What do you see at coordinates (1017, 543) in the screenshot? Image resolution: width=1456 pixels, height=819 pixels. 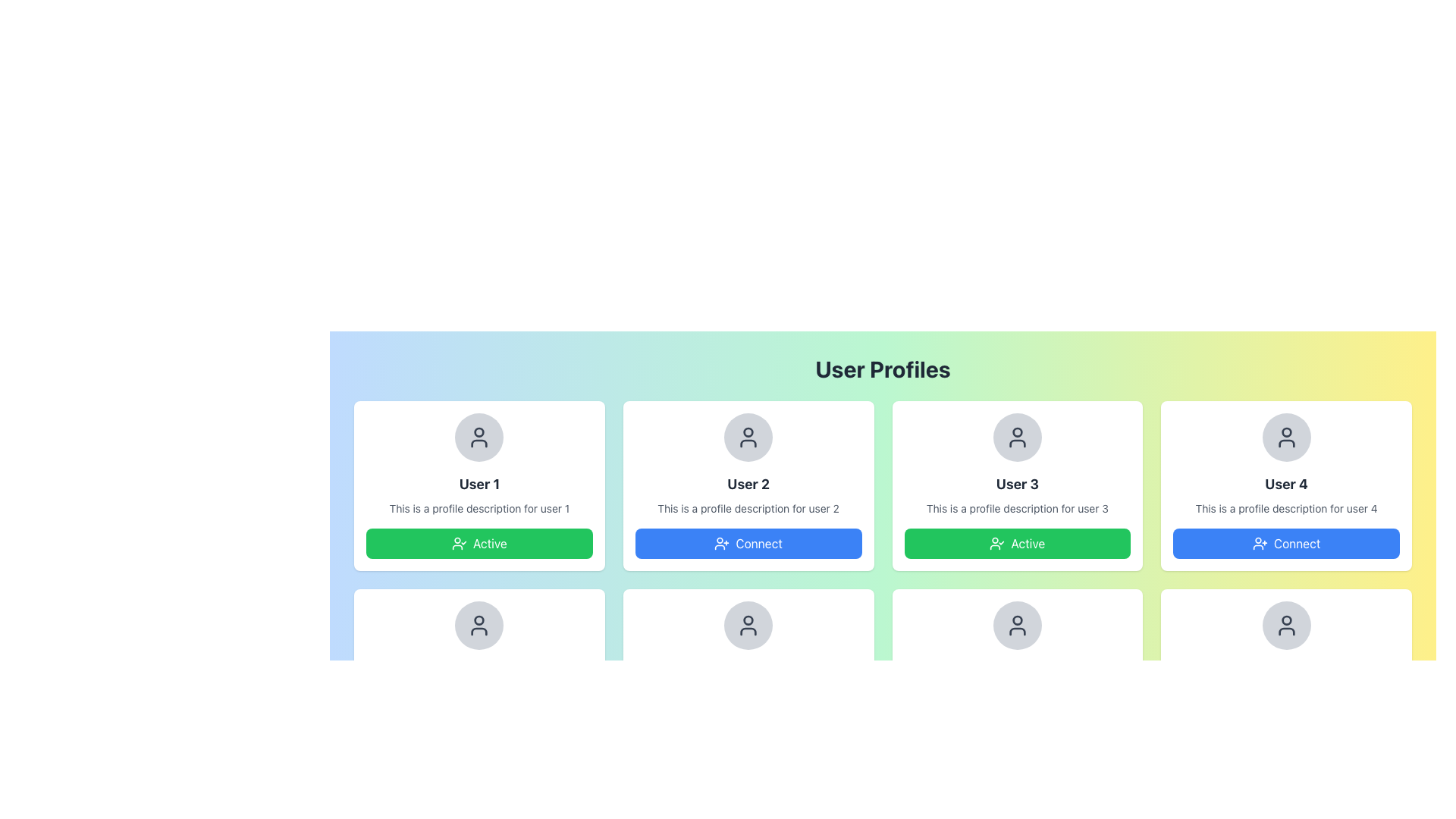 I see `the active status button located at the bottom center of 'User 3's card in the grid layout` at bounding box center [1017, 543].